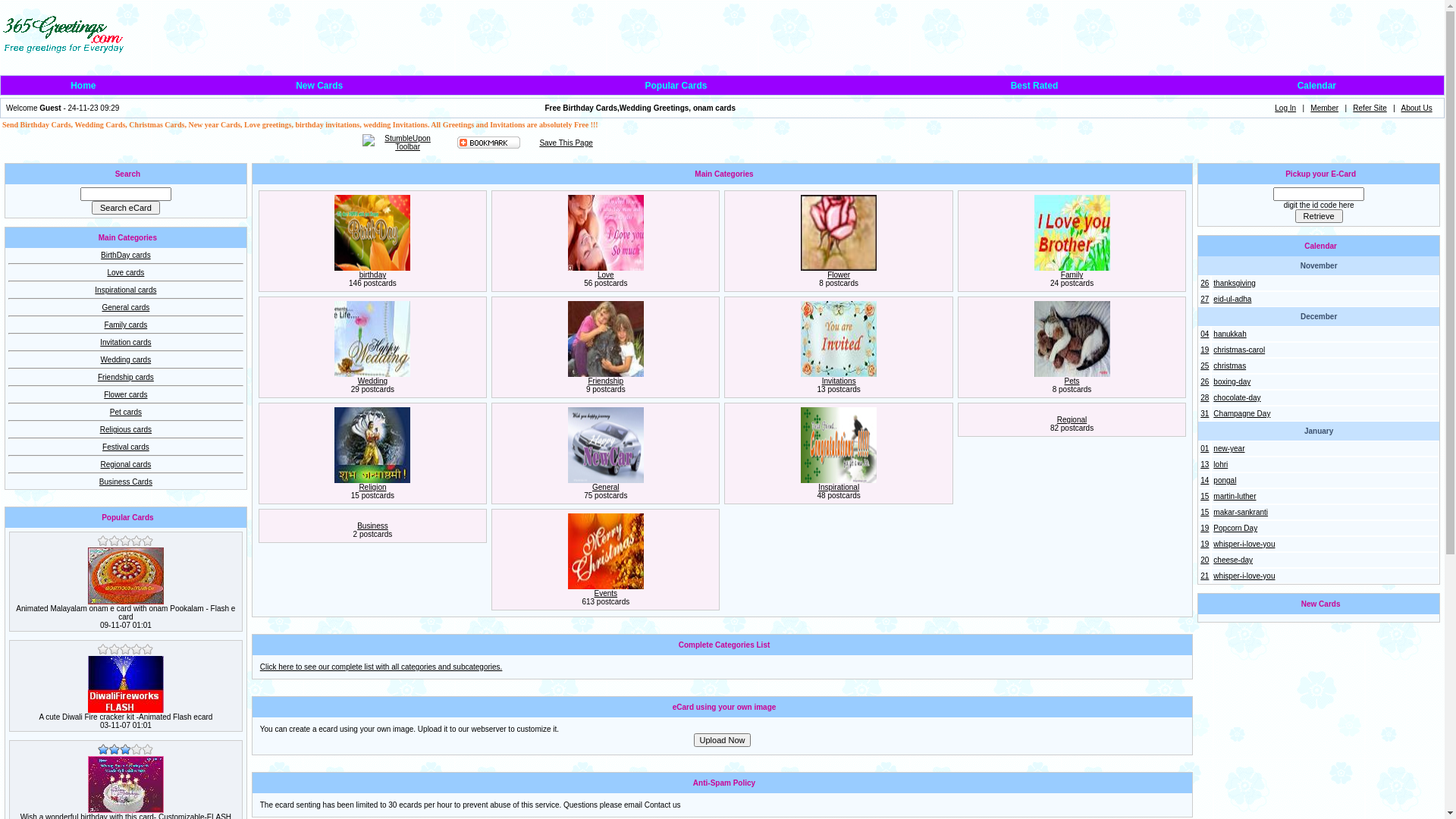  Describe the element at coordinates (1241, 512) in the screenshot. I see `'makar-sankranti'` at that location.